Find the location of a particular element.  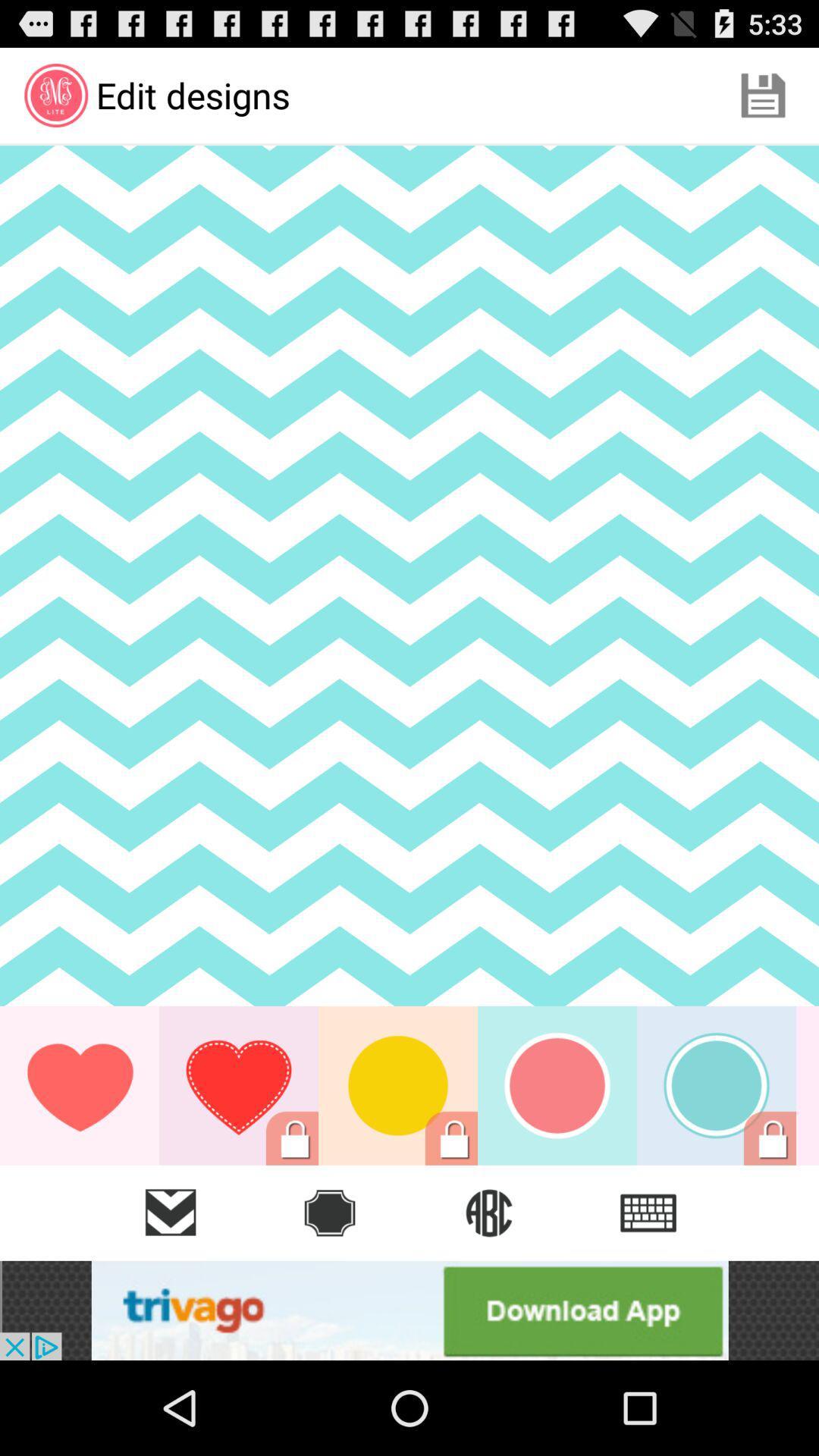

the symbol beside heart shape with dots is located at coordinates (397, 1084).